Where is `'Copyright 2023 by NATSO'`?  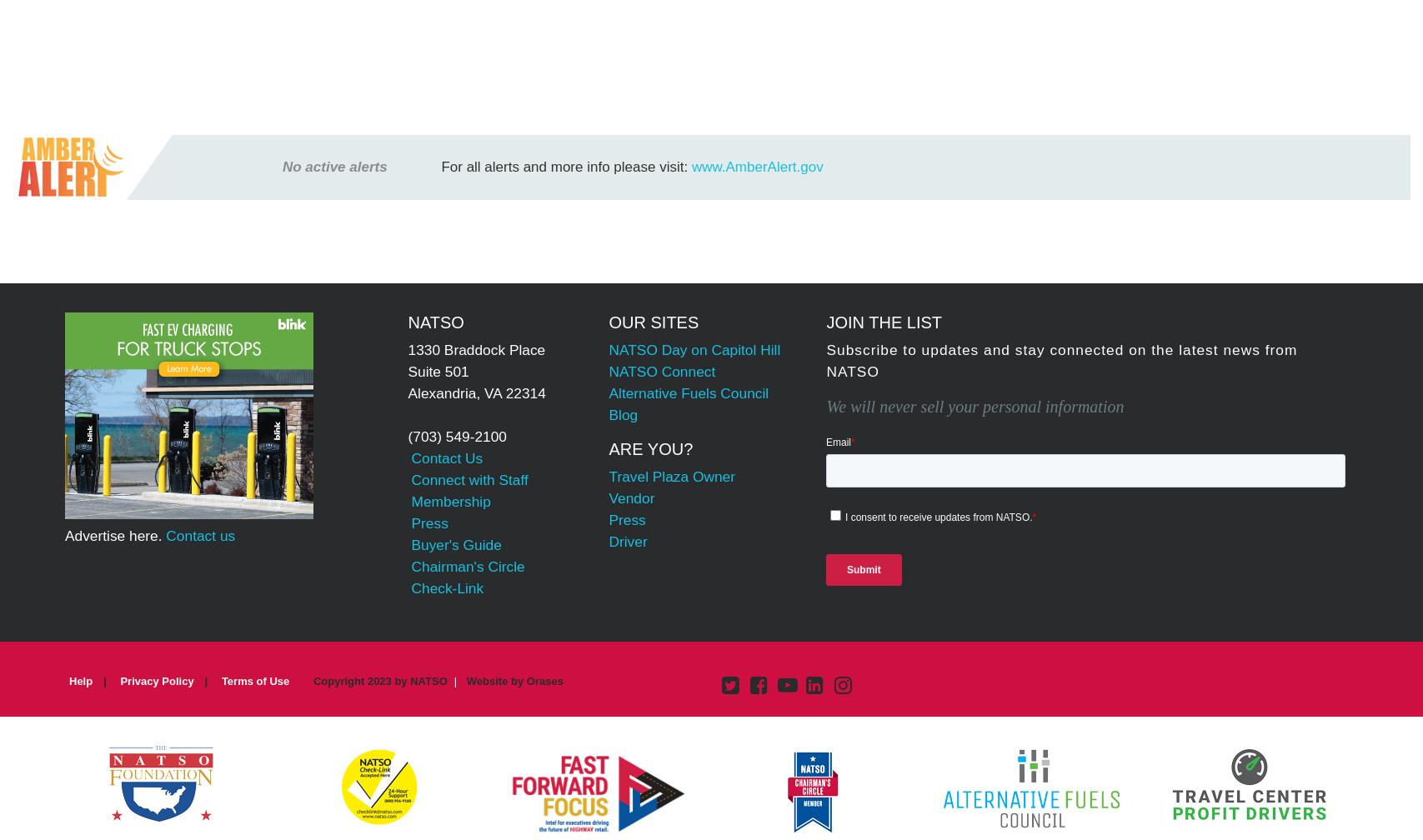
'Copyright 2023 by NATSO' is located at coordinates (379, 680).